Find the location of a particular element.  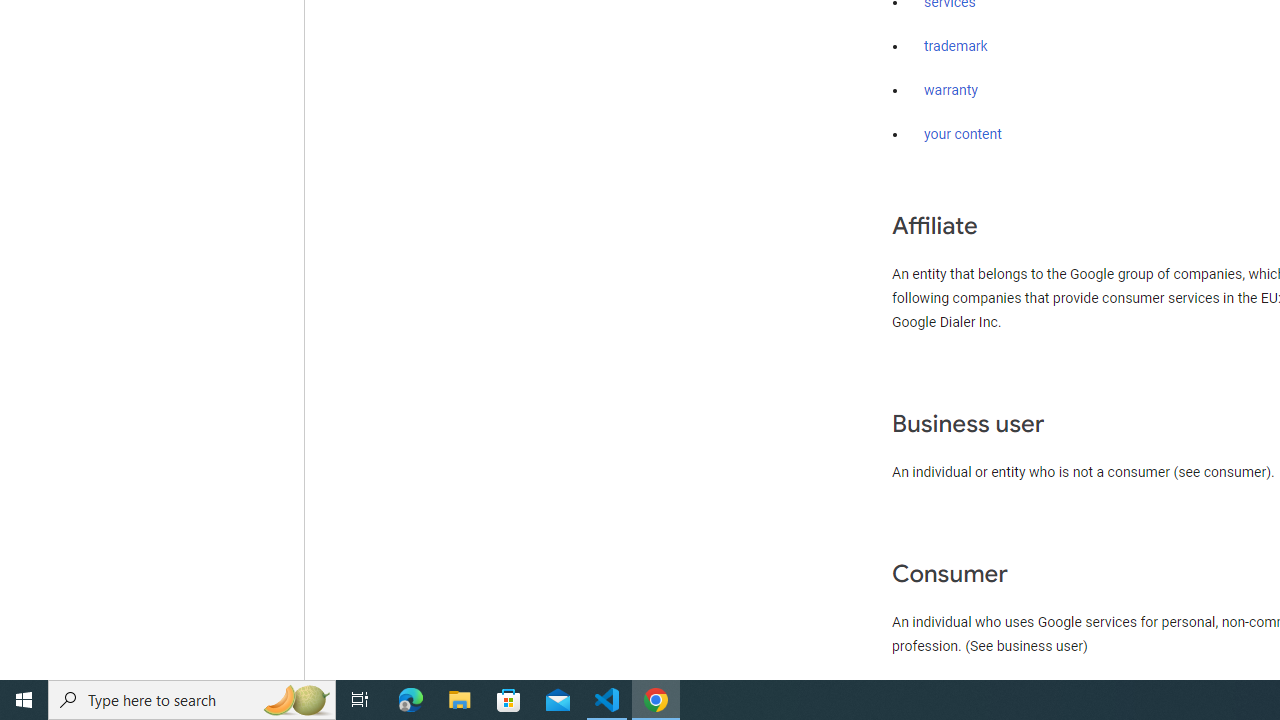

'warranty' is located at coordinates (950, 91).